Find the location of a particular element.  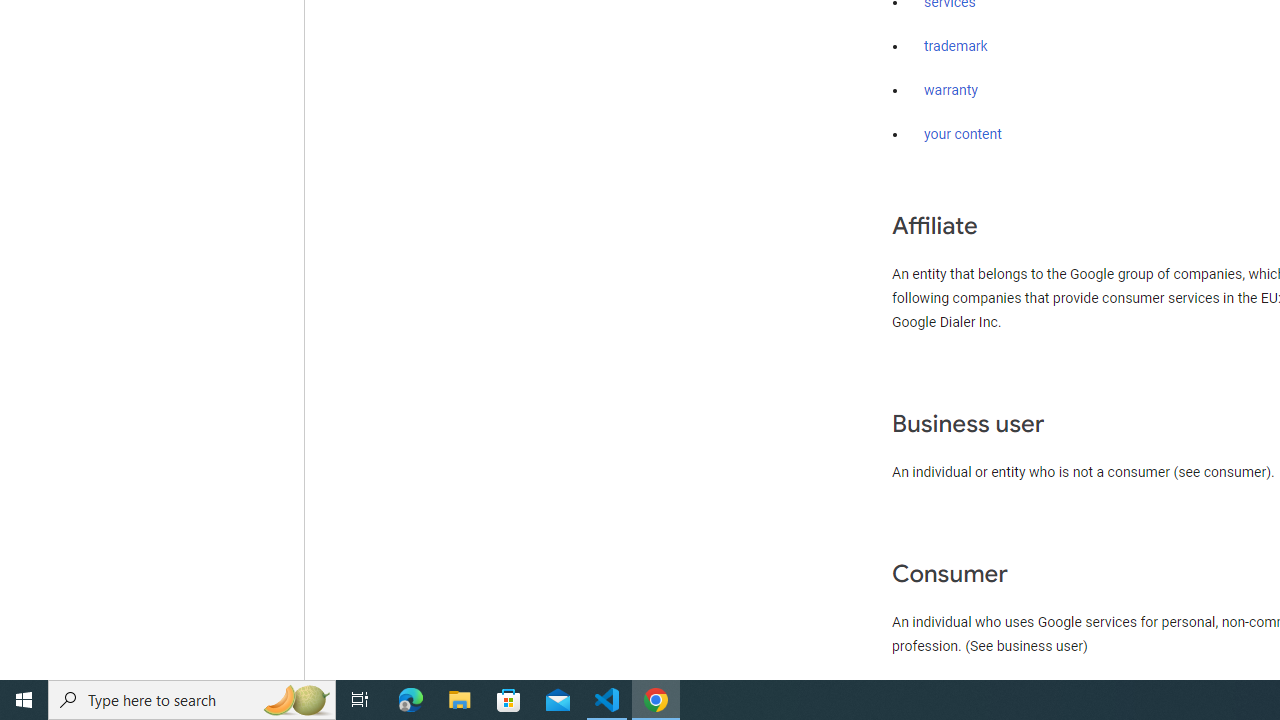

'warranty' is located at coordinates (950, 91).